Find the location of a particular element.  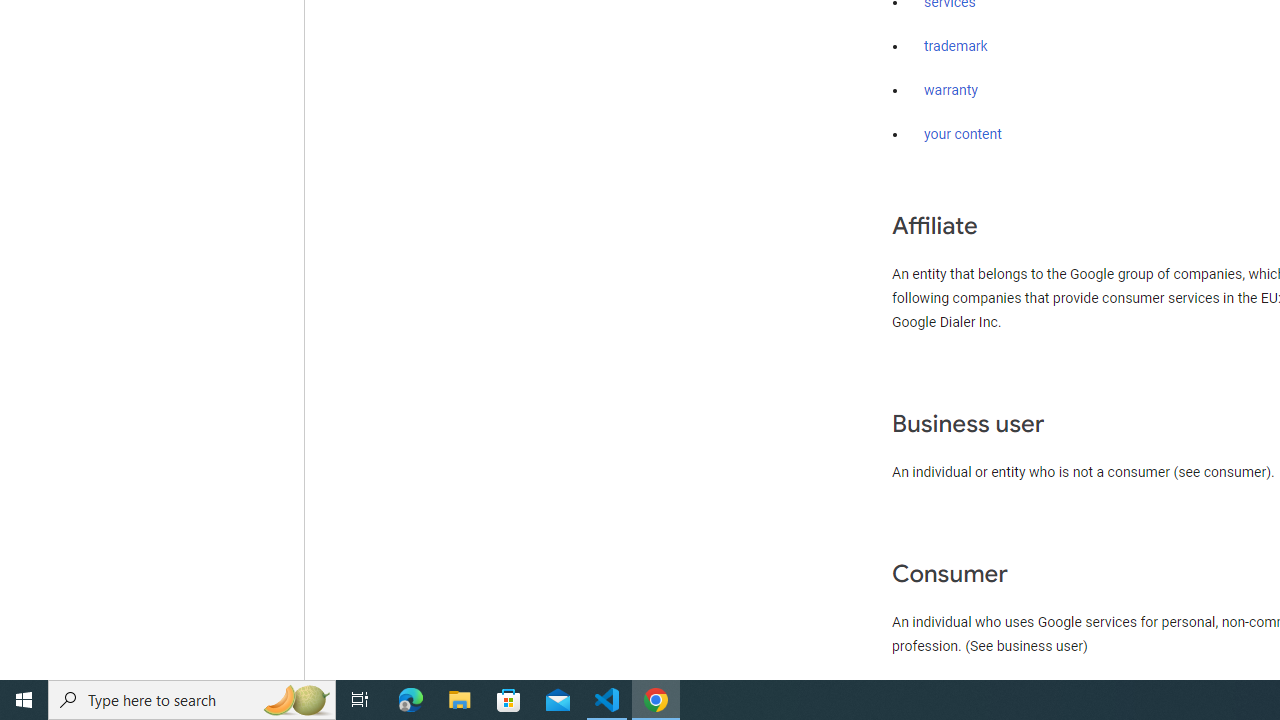

'warranty' is located at coordinates (950, 91).